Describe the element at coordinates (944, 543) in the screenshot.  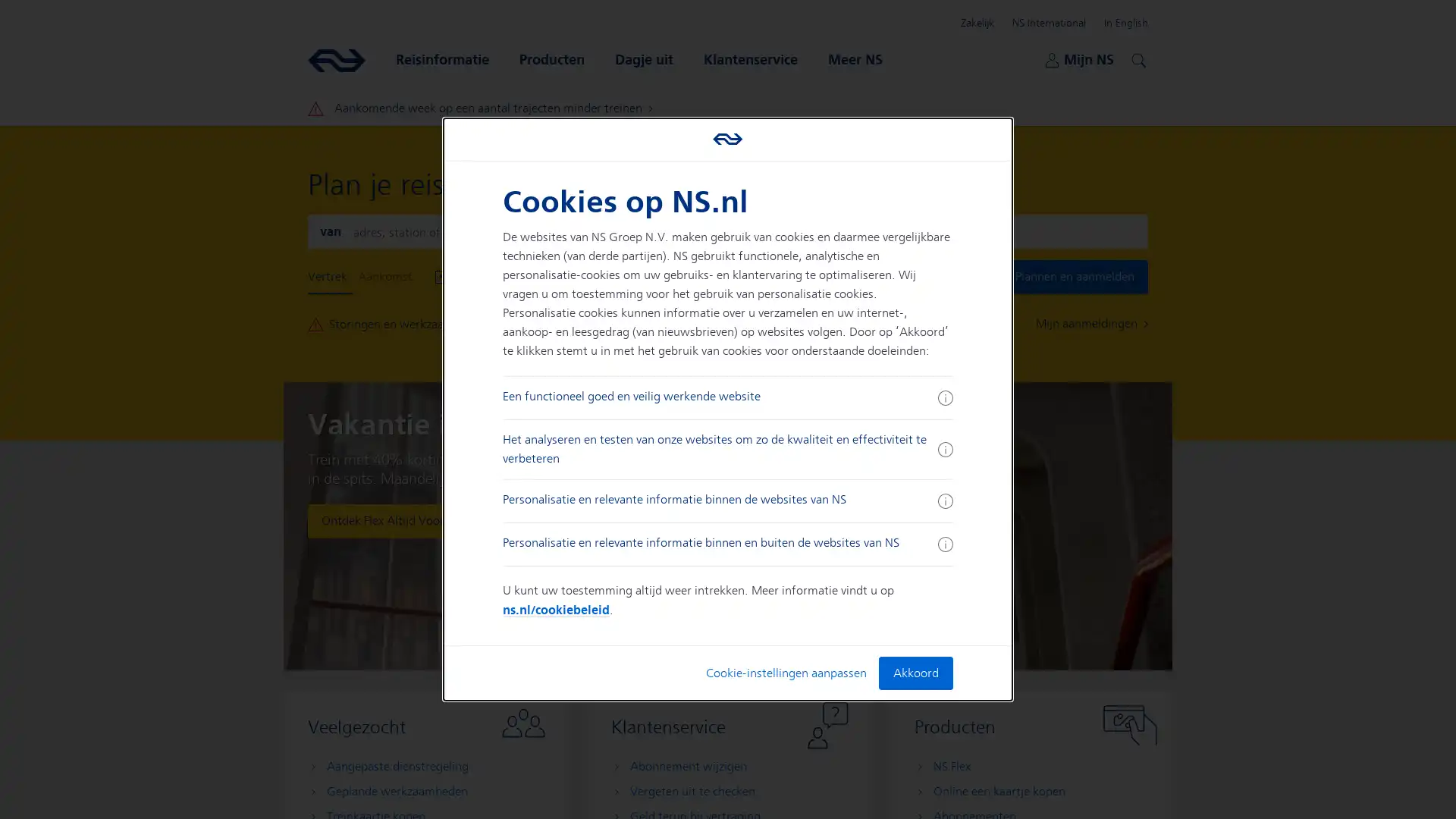
I see `Meer informatie ingeklapt` at that location.